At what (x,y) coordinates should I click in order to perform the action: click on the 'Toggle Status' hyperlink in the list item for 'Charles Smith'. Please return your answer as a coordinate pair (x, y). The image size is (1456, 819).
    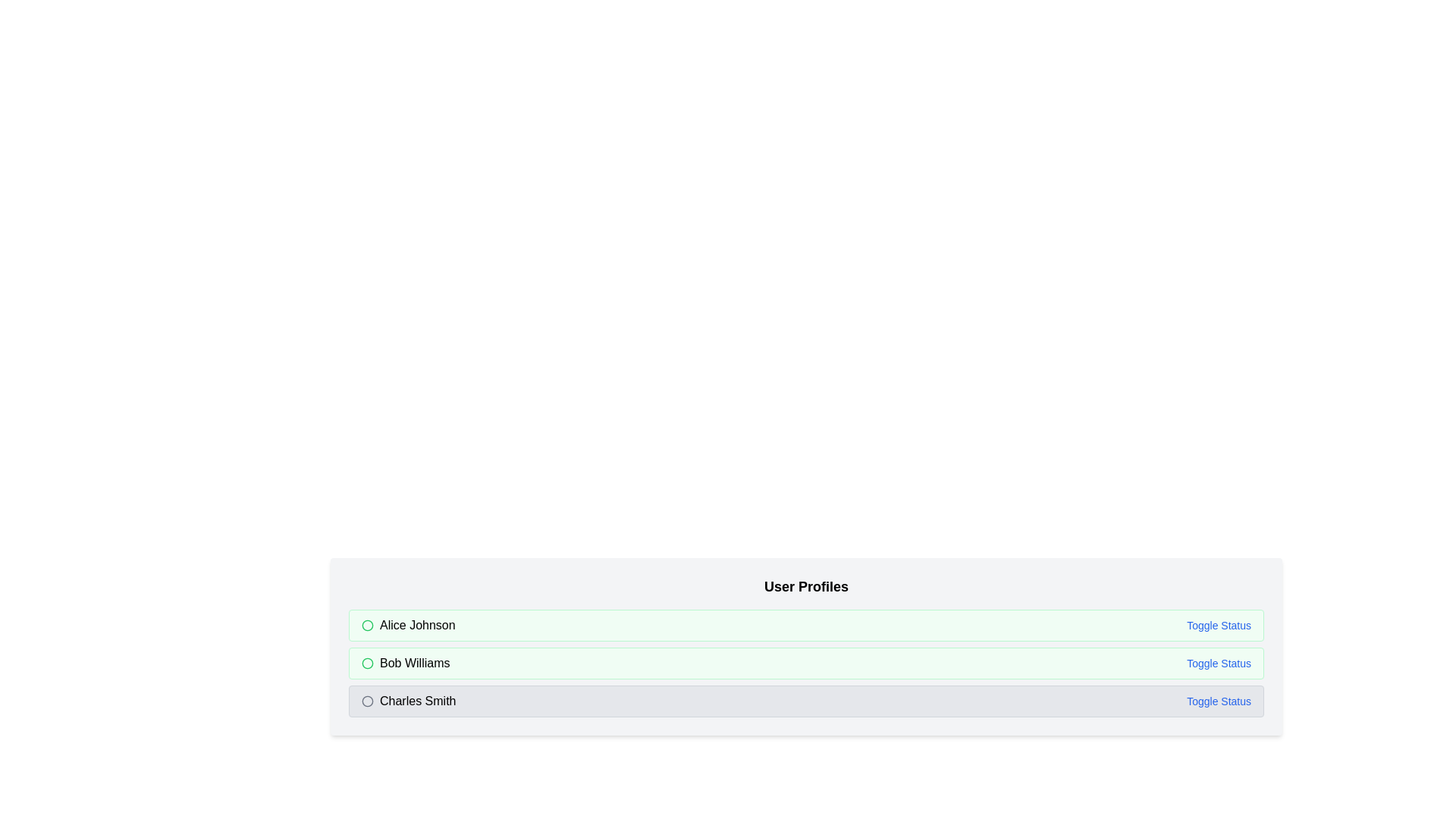
    Looking at the image, I should click on (805, 701).